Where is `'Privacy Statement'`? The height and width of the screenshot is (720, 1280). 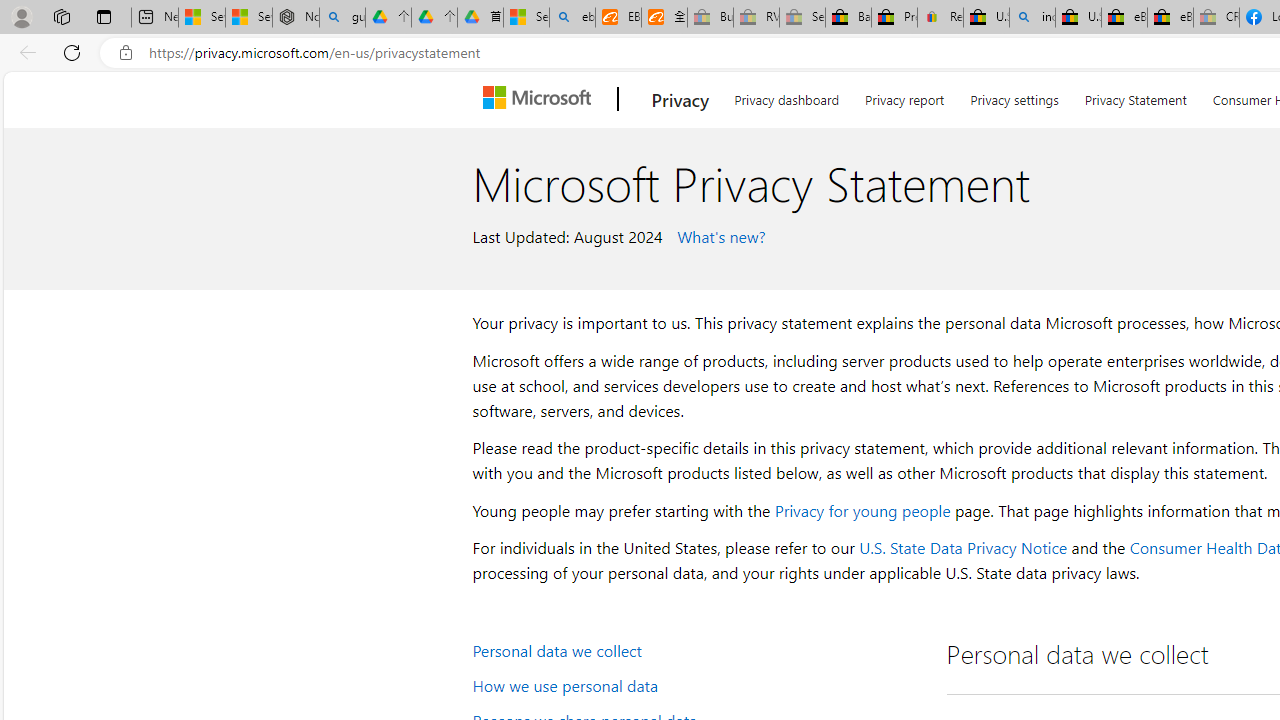 'Privacy Statement' is located at coordinates (1136, 96).